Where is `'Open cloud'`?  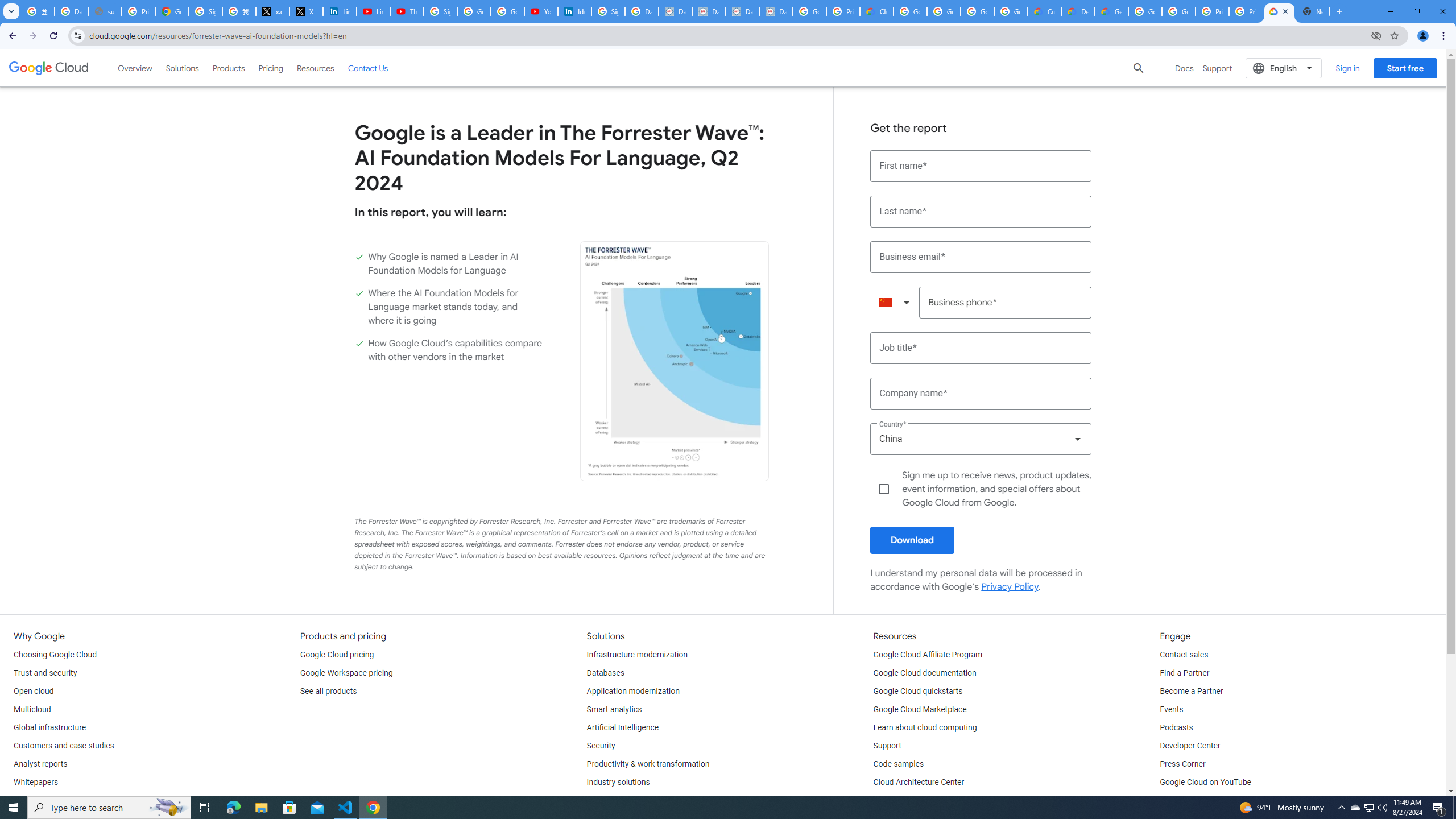 'Open cloud' is located at coordinates (32, 691).